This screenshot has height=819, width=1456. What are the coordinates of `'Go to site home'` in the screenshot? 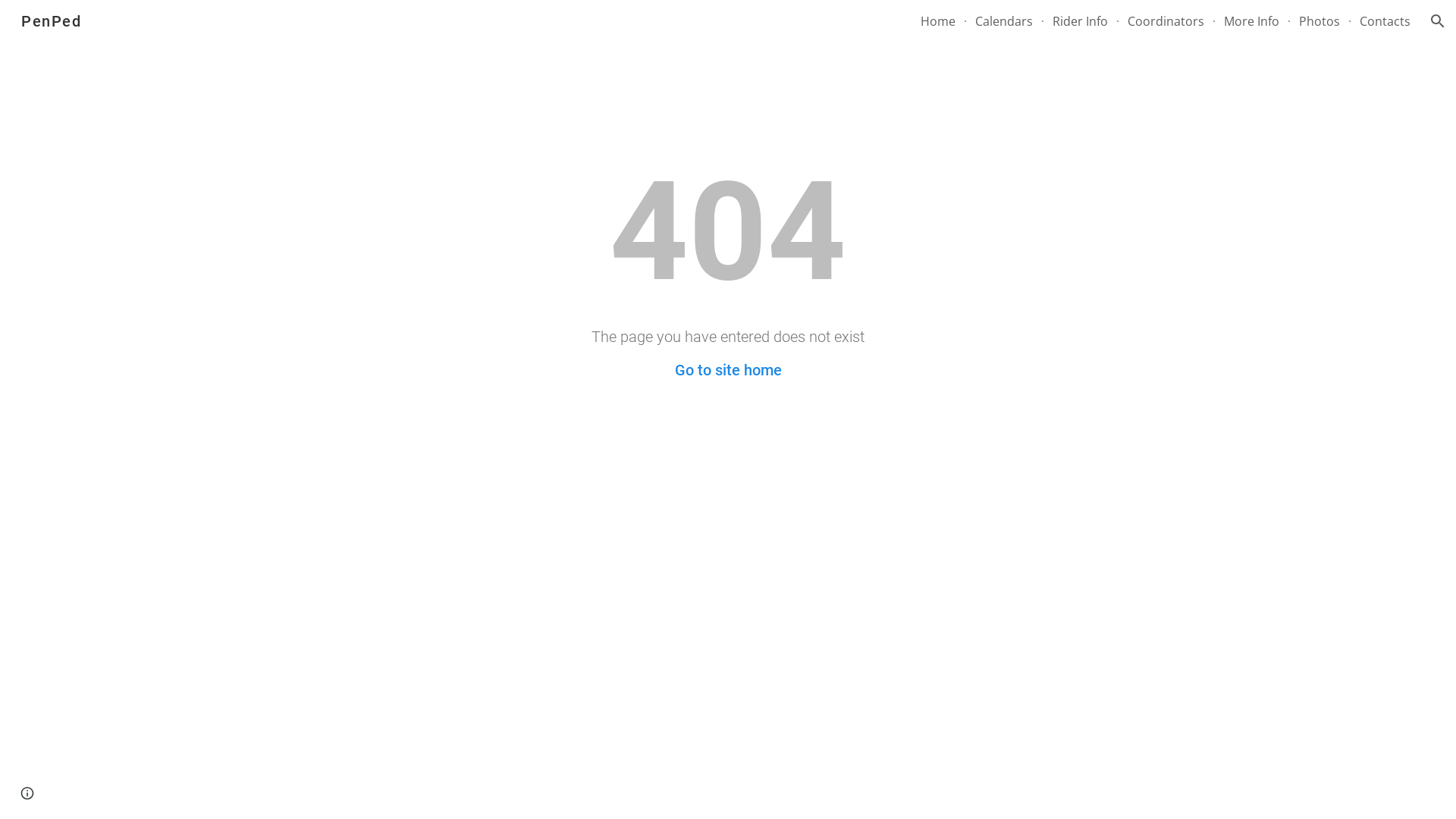 It's located at (728, 370).